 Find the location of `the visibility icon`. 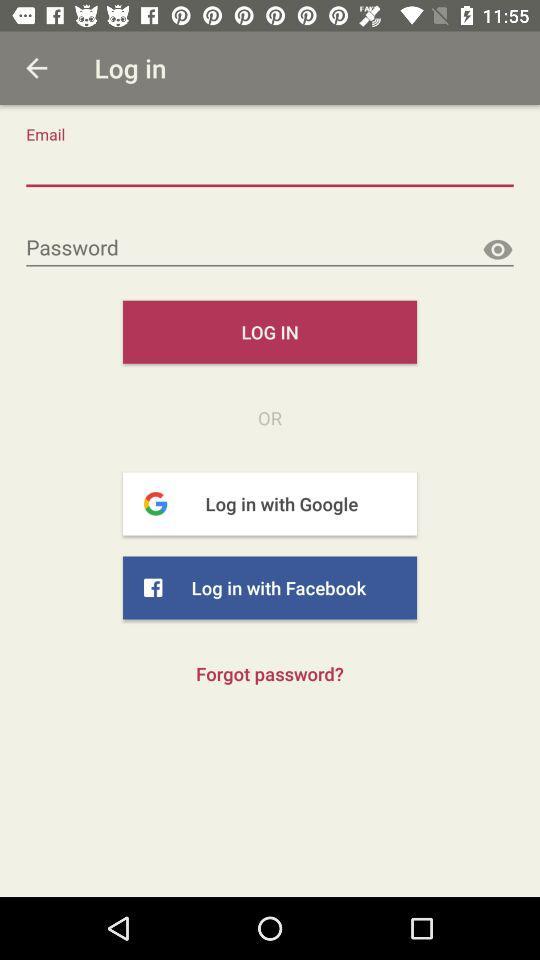

the visibility icon is located at coordinates (496, 249).